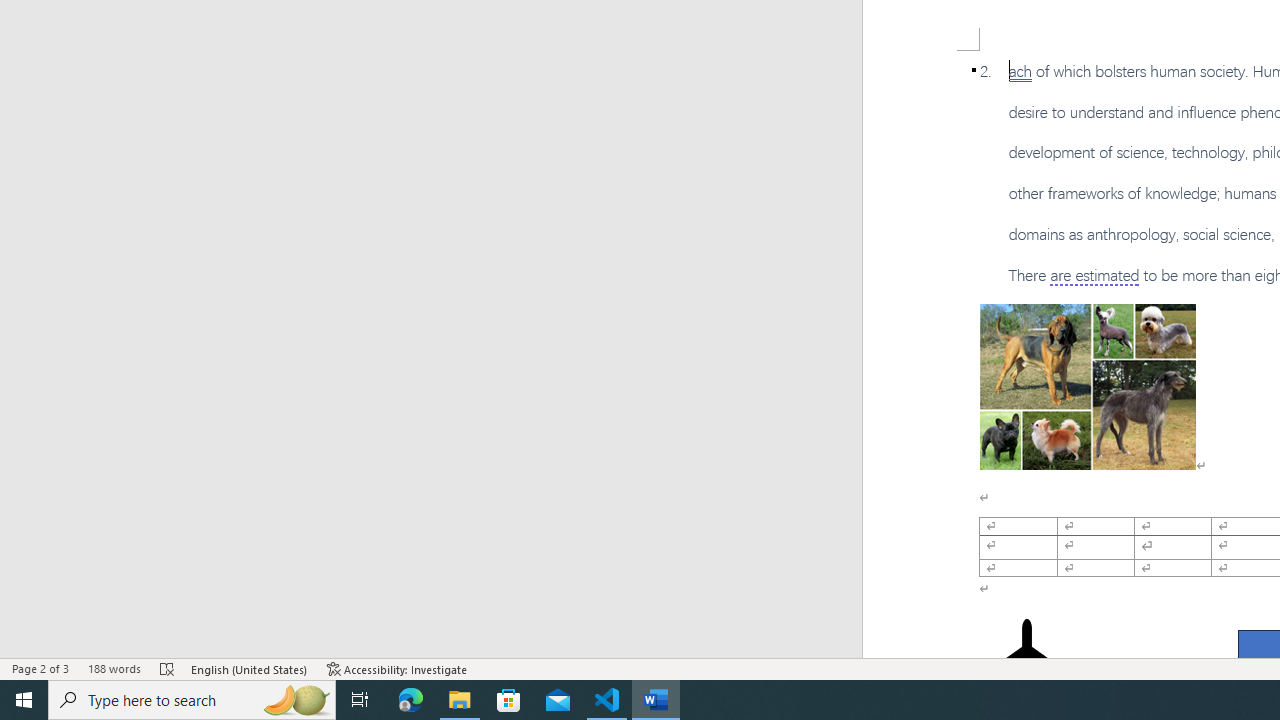 The image size is (1280, 720). Describe the element at coordinates (1087, 387) in the screenshot. I see `'Morphological variation in six dogs'` at that location.